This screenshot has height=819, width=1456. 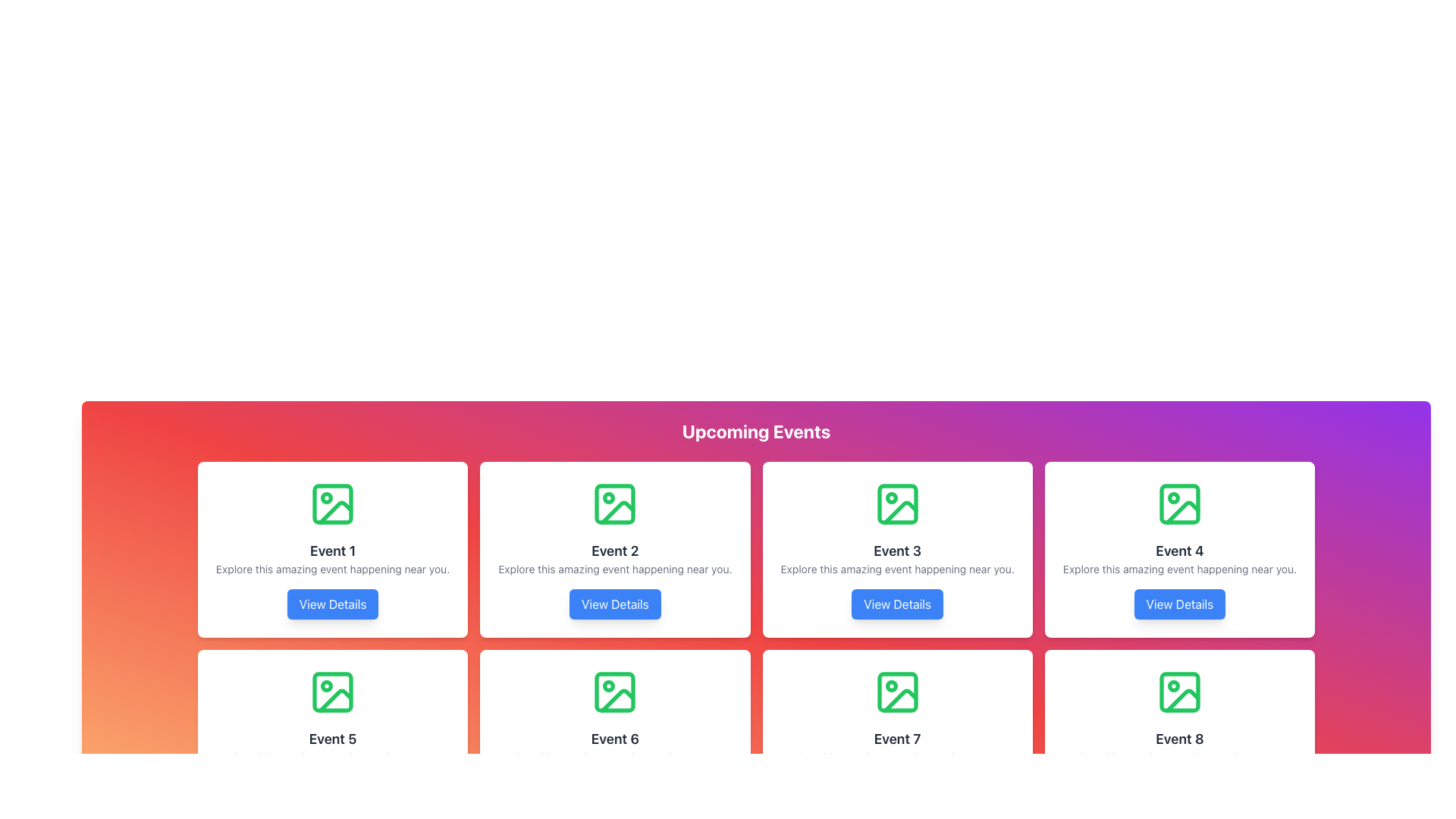 What do you see at coordinates (897, 692) in the screenshot?
I see `the green outlined icon shaped like a photographic image located at the top center of the 'Event 7' card in the lower row of the grid` at bounding box center [897, 692].